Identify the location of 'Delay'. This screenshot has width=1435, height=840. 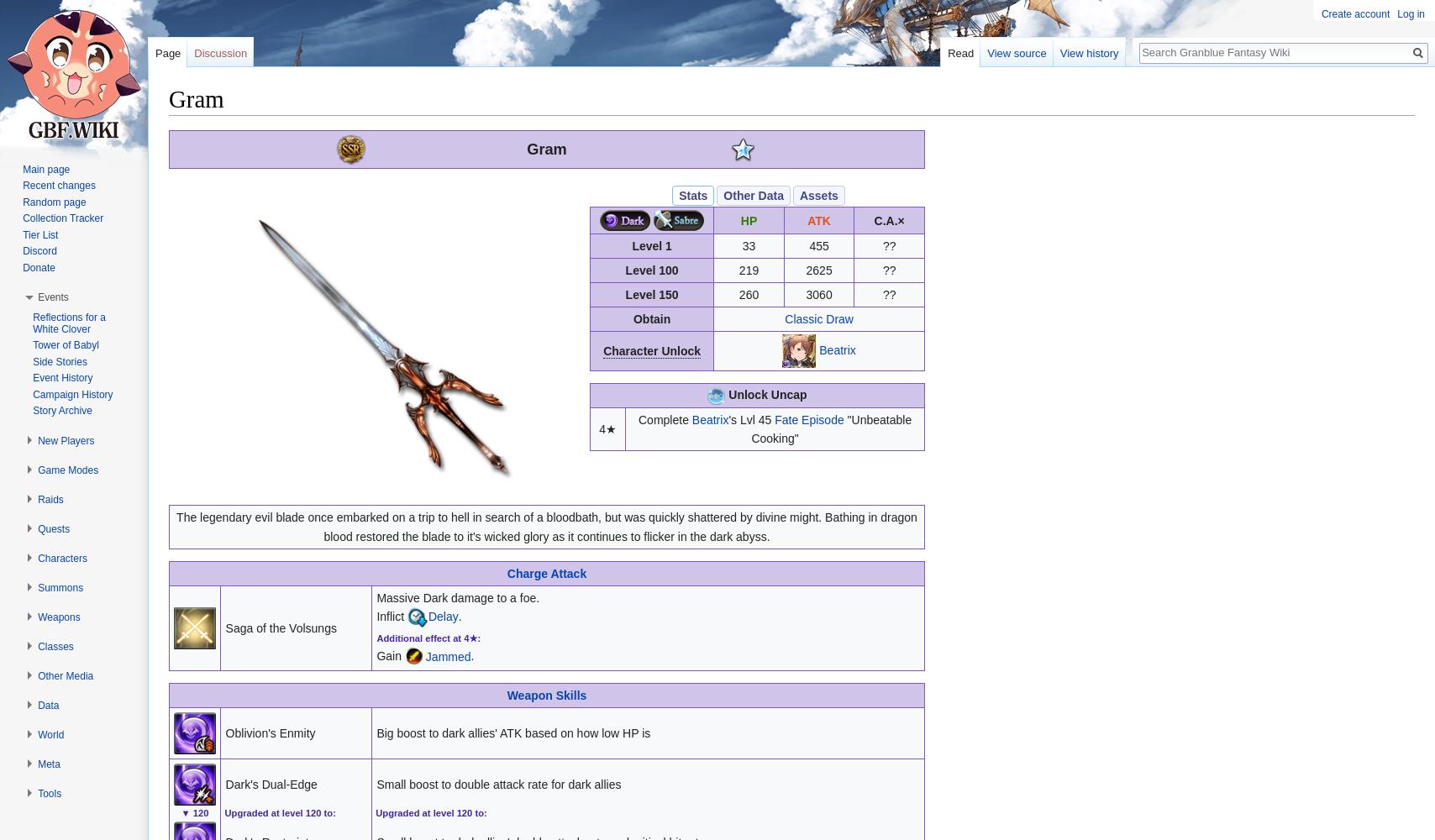
(442, 616).